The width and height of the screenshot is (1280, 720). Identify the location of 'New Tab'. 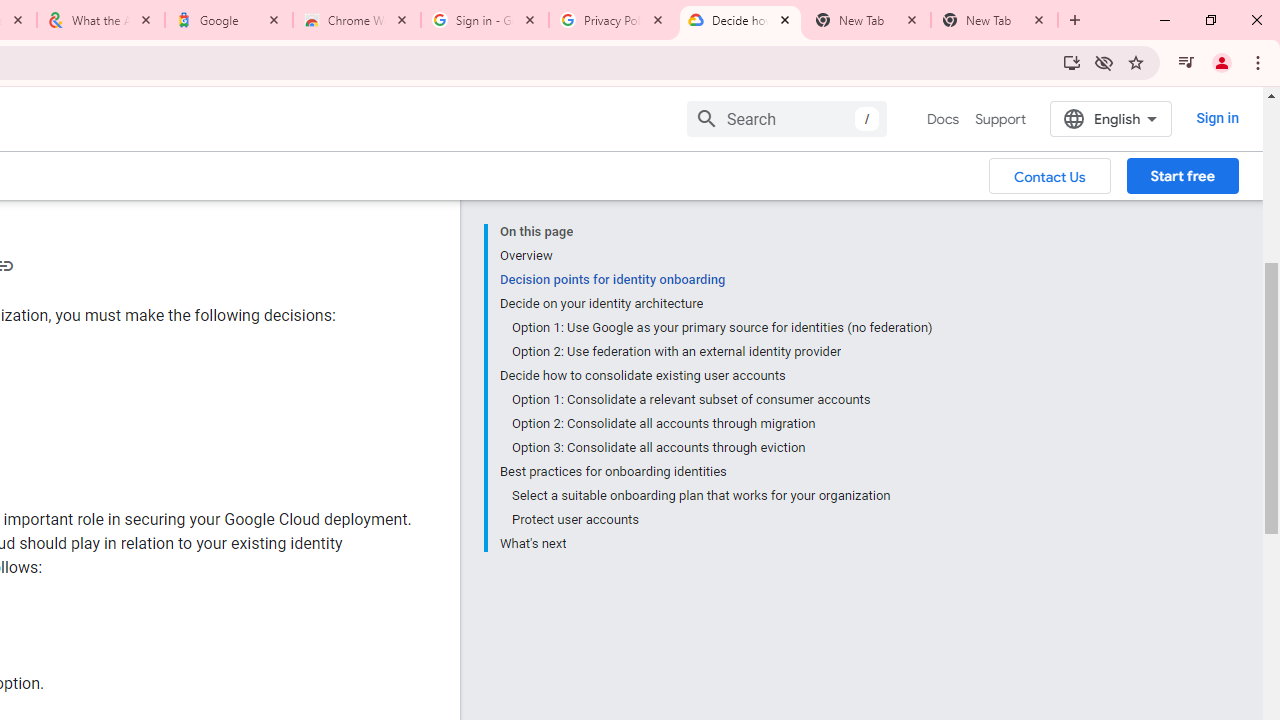
(994, 20).